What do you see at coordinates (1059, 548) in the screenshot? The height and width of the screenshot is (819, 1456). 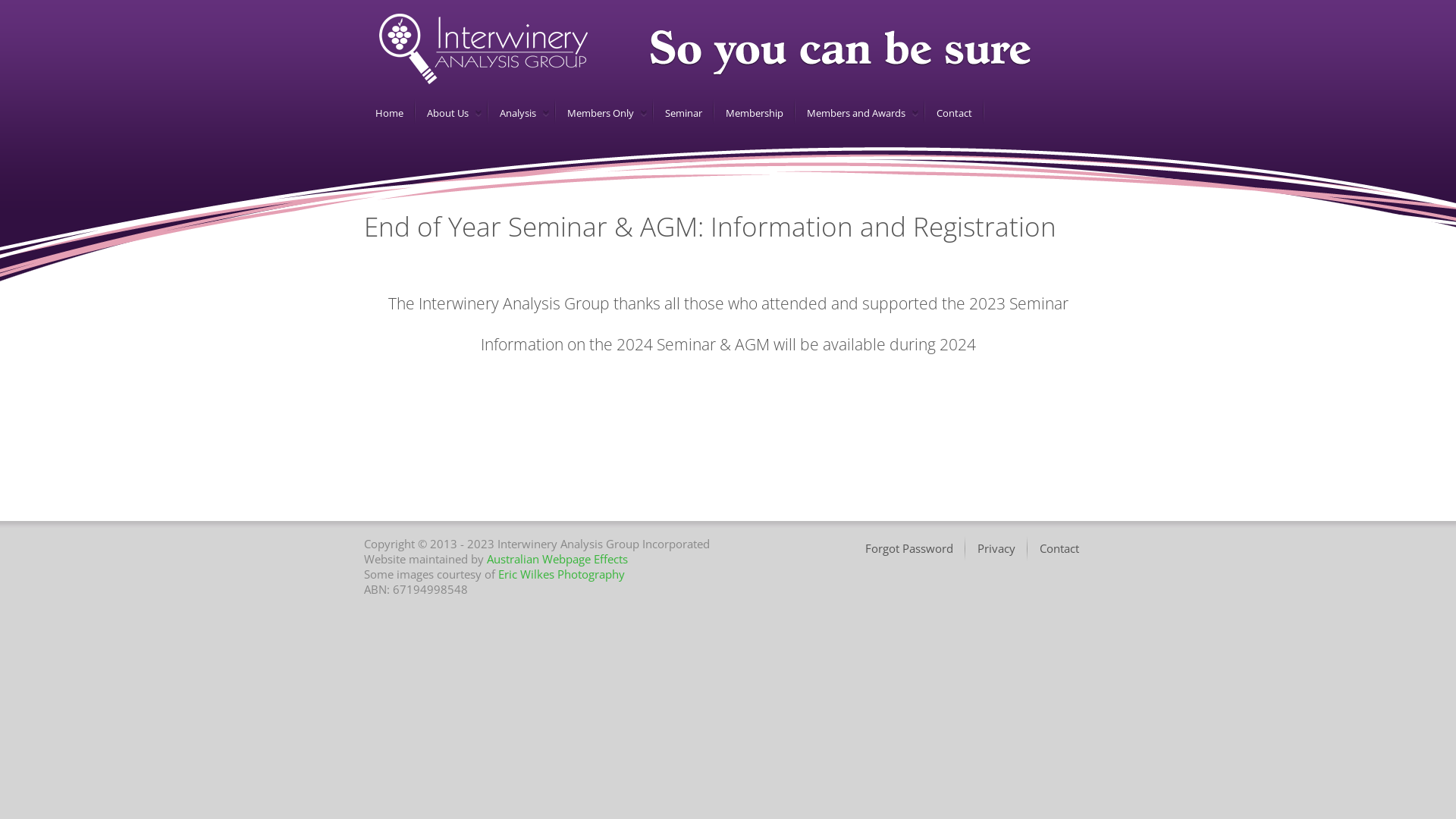 I see `'Contact'` at bounding box center [1059, 548].